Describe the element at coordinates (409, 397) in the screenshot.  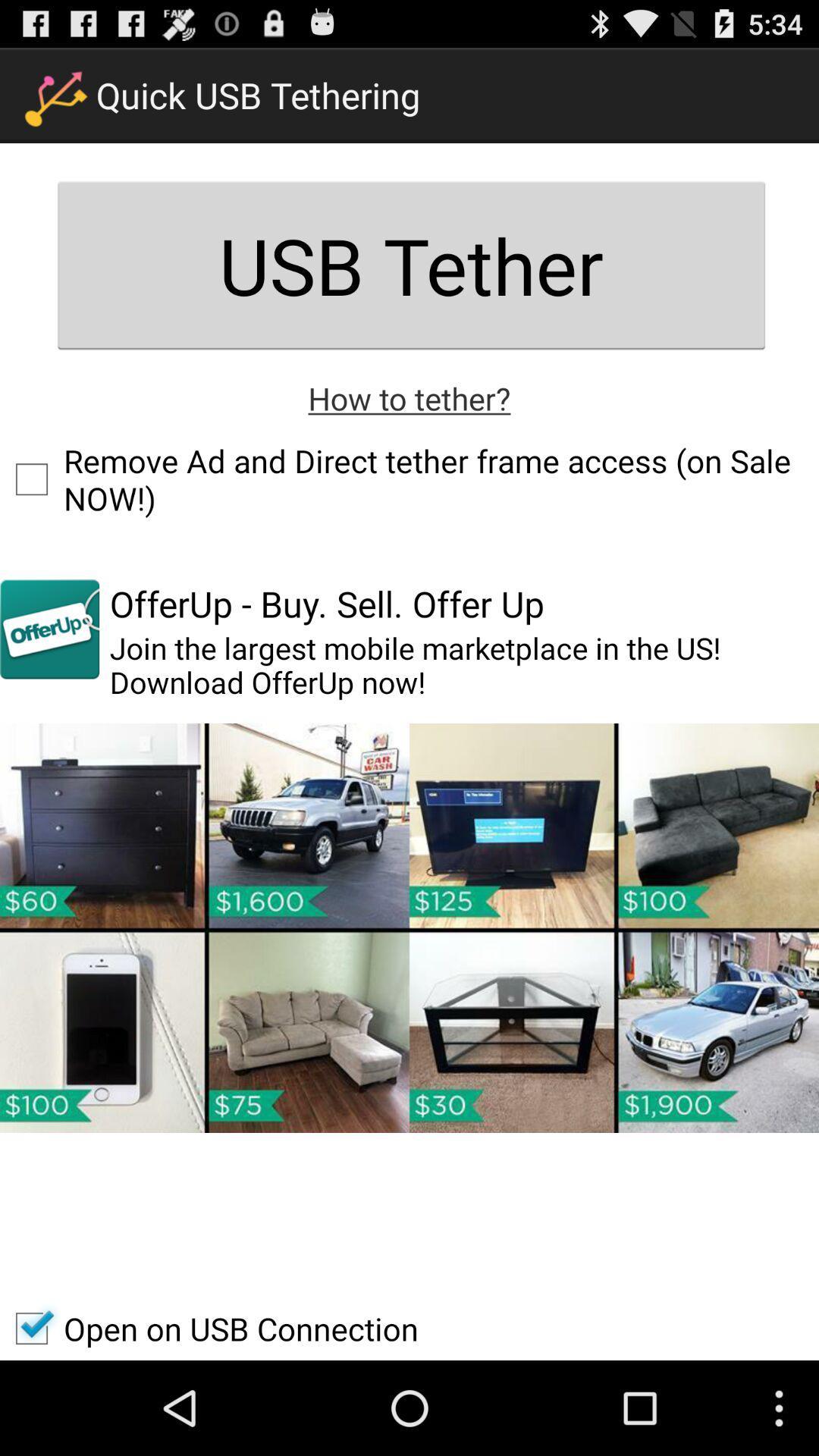
I see `the how to tether?` at that location.